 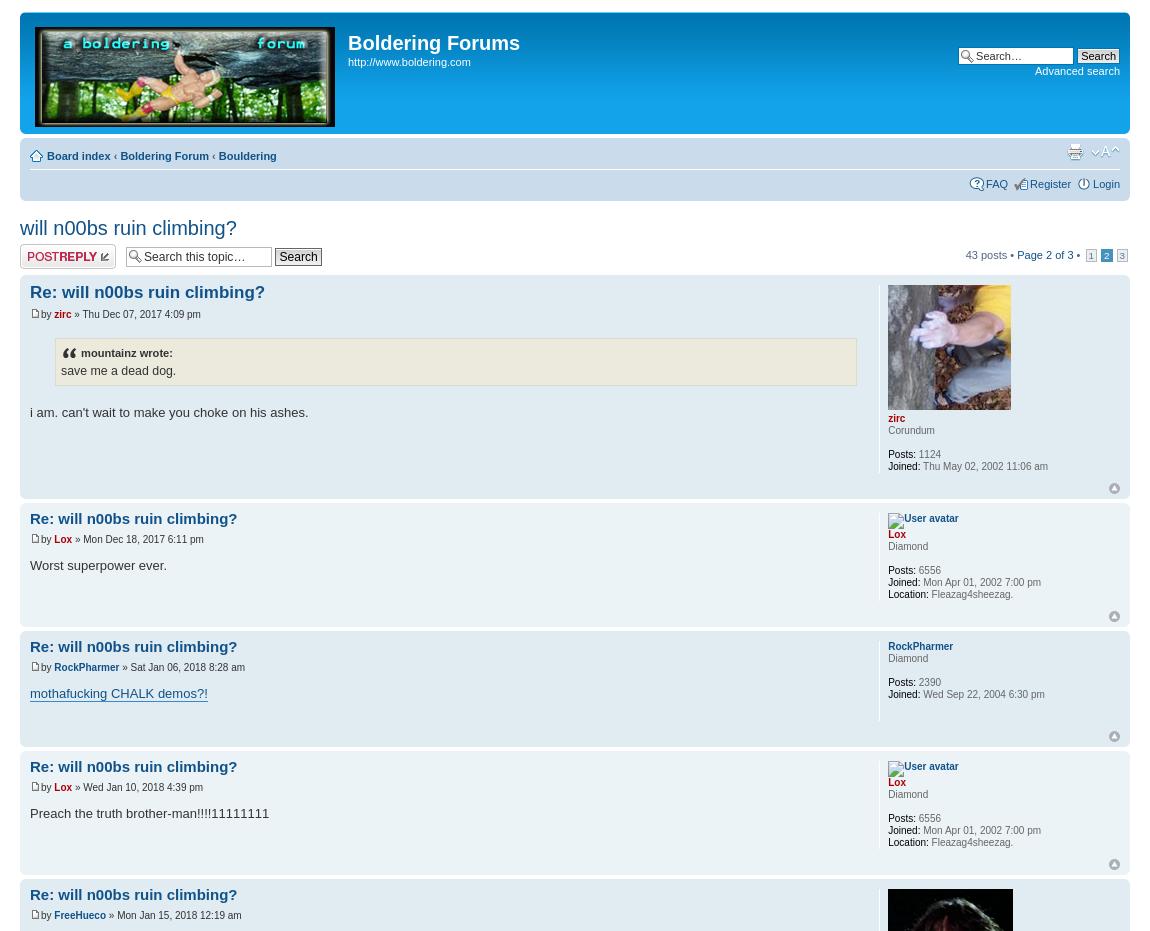 What do you see at coordinates (217, 155) in the screenshot?
I see `'Bouldering'` at bounding box center [217, 155].